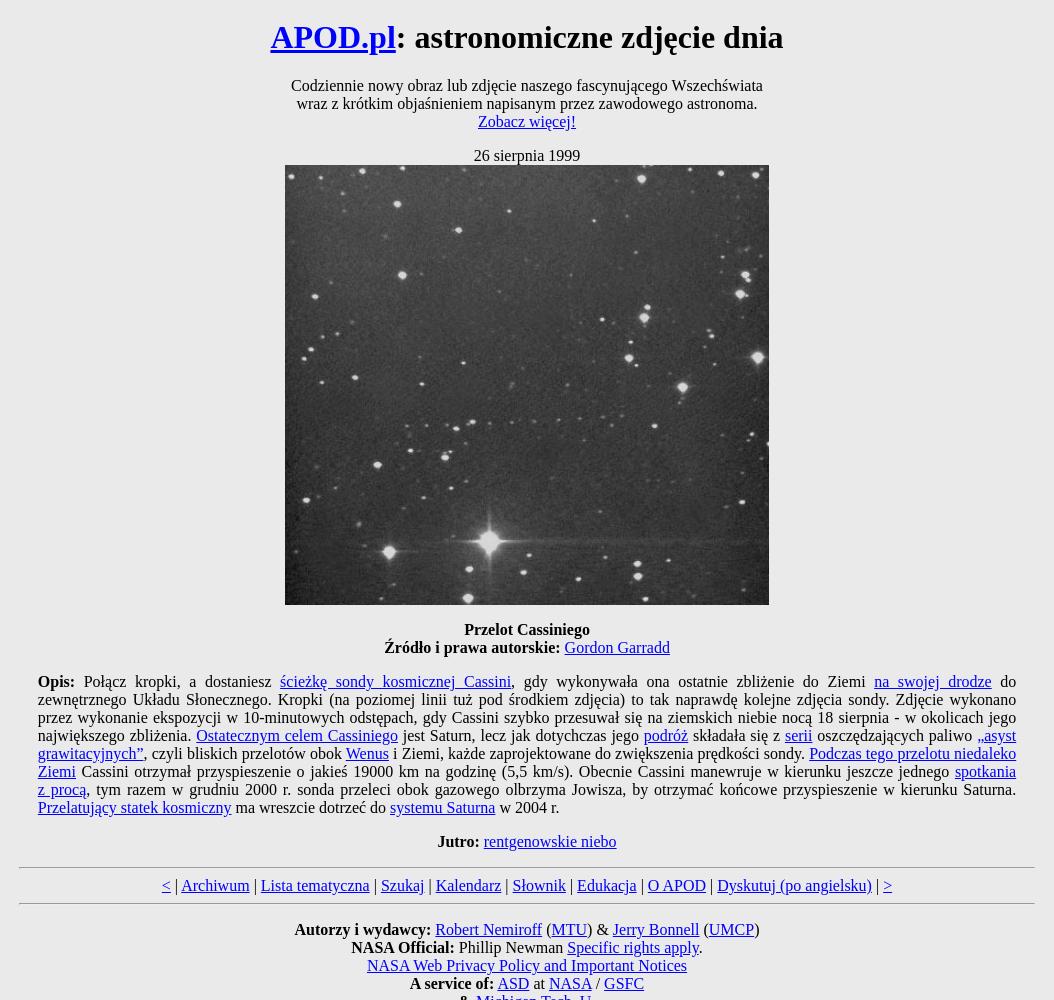  Describe the element at coordinates (549, 840) in the screenshot. I see `'rentgenowskie niebo'` at that location.